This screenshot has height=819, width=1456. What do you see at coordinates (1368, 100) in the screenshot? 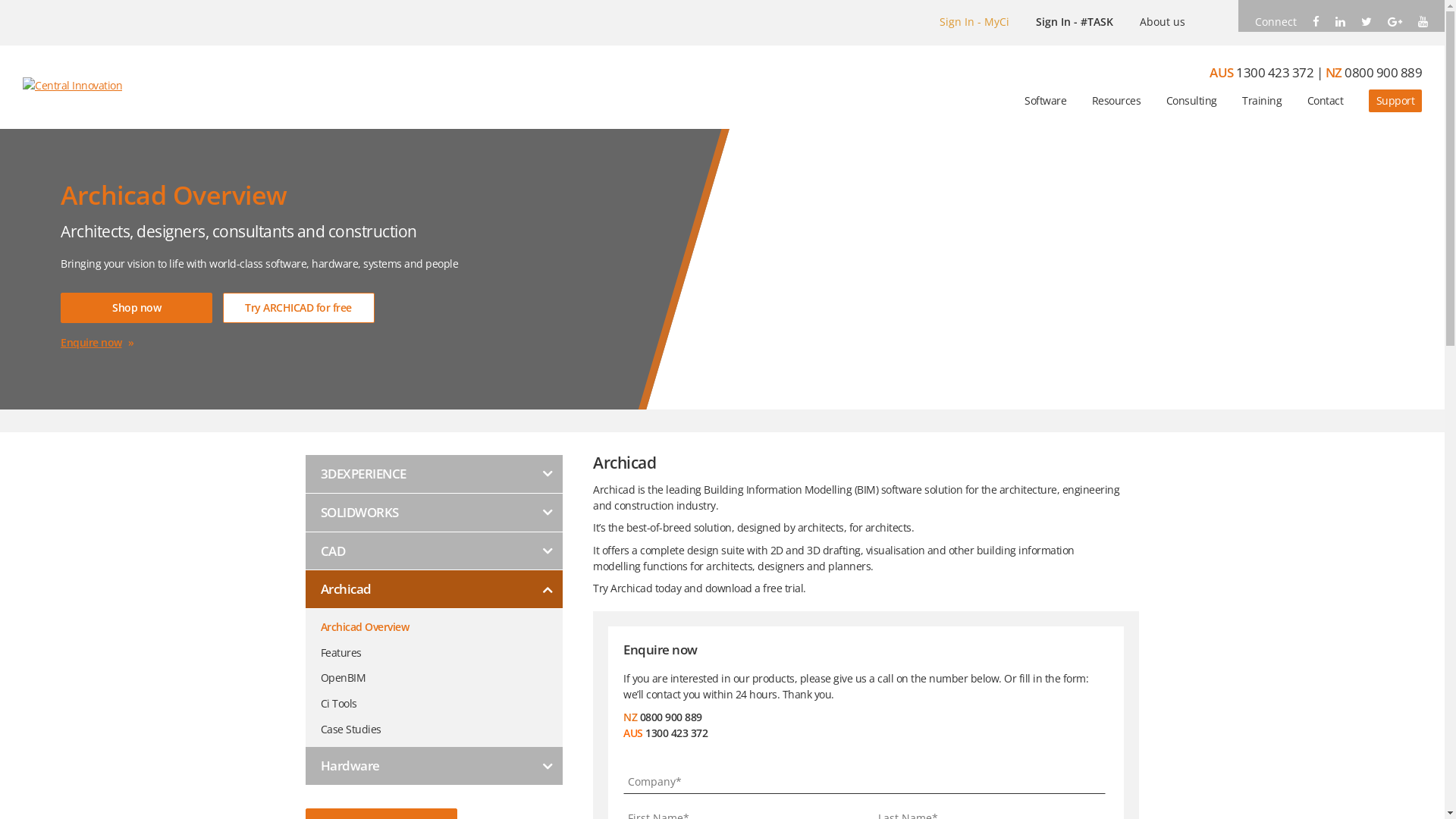
I see `'Support'` at bounding box center [1368, 100].